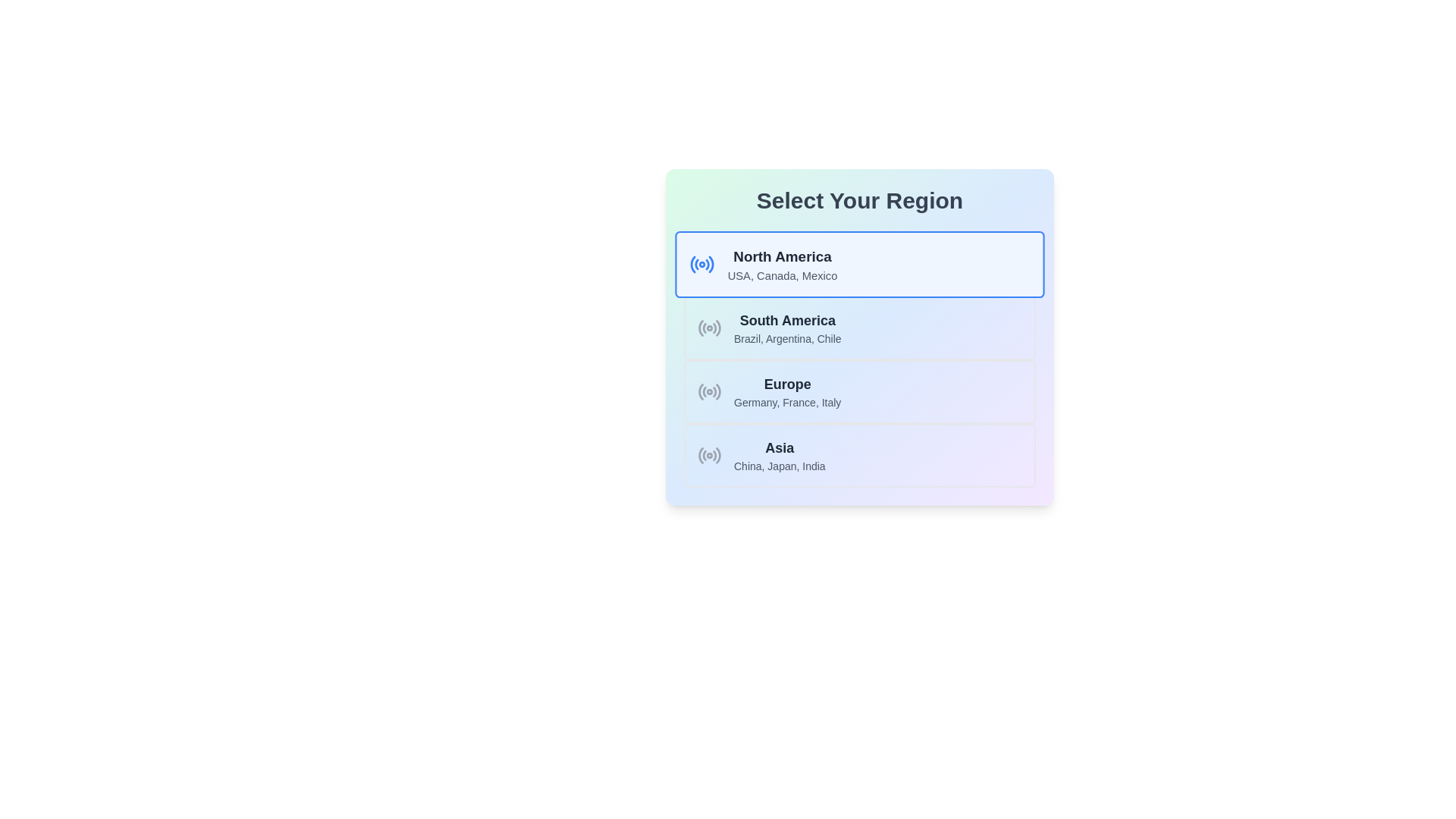 This screenshot has height=819, width=1456. Describe the element at coordinates (780, 447) in the screenshot. I see `the text label displaying 'Asia', which is the first line of text in the 'Select Your Region' panel` at that location.